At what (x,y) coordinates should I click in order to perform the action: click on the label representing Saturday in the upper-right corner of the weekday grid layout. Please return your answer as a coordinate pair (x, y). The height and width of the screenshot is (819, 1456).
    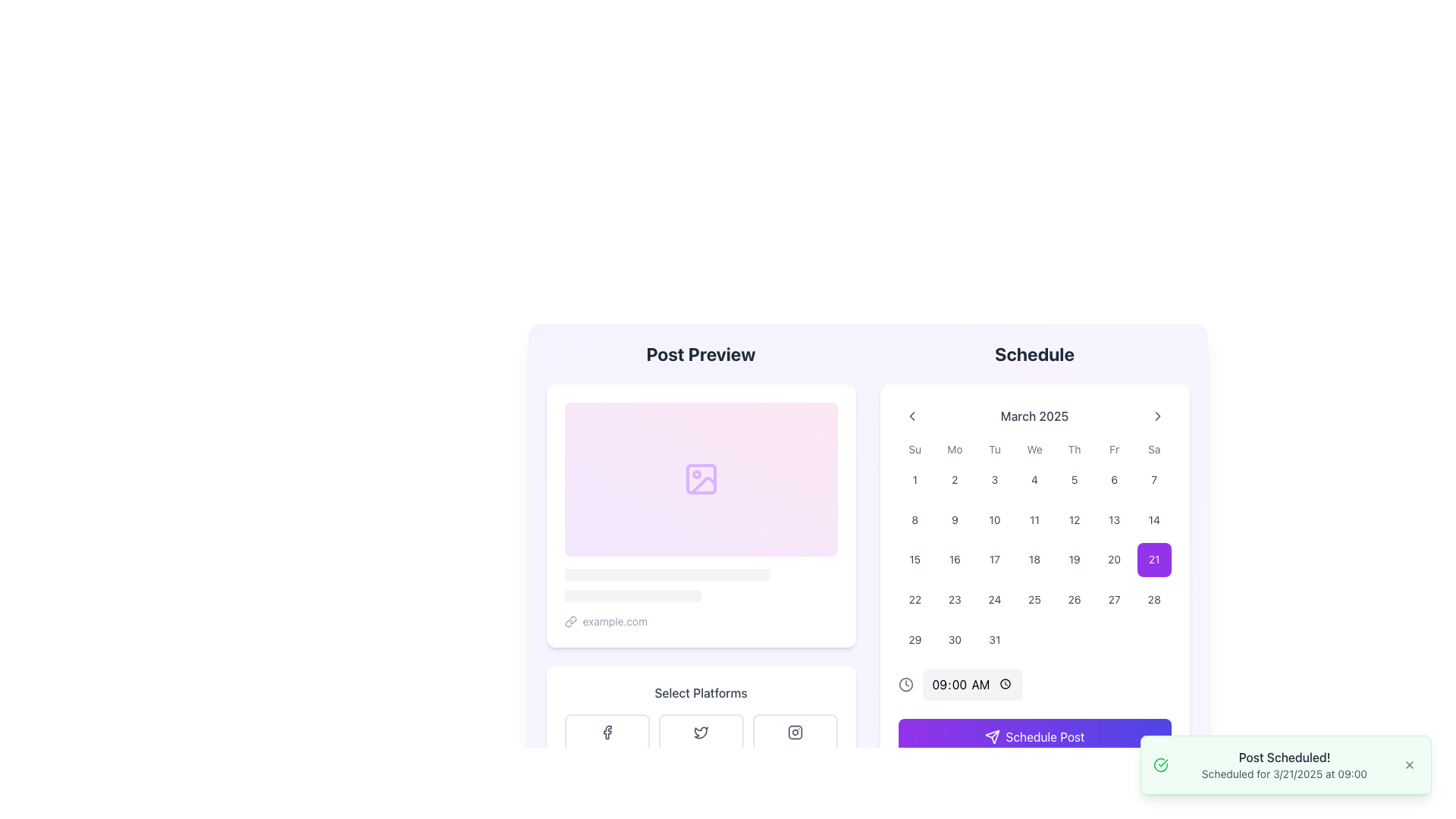
    Looking at the image, I should click on (1153, 449).